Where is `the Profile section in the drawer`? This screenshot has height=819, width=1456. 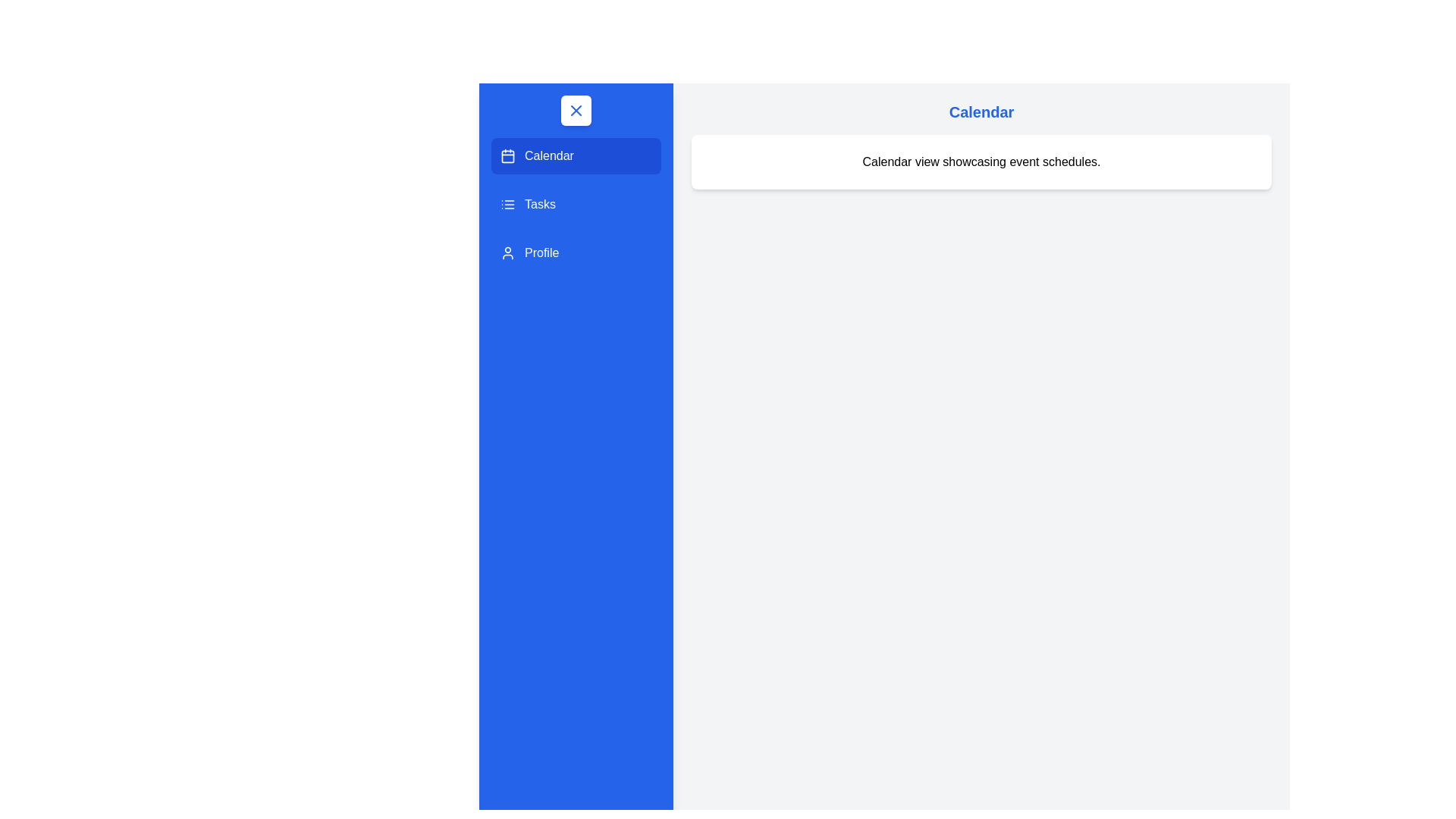 the Profile section in the drawer is located at coordinates (575, 253).